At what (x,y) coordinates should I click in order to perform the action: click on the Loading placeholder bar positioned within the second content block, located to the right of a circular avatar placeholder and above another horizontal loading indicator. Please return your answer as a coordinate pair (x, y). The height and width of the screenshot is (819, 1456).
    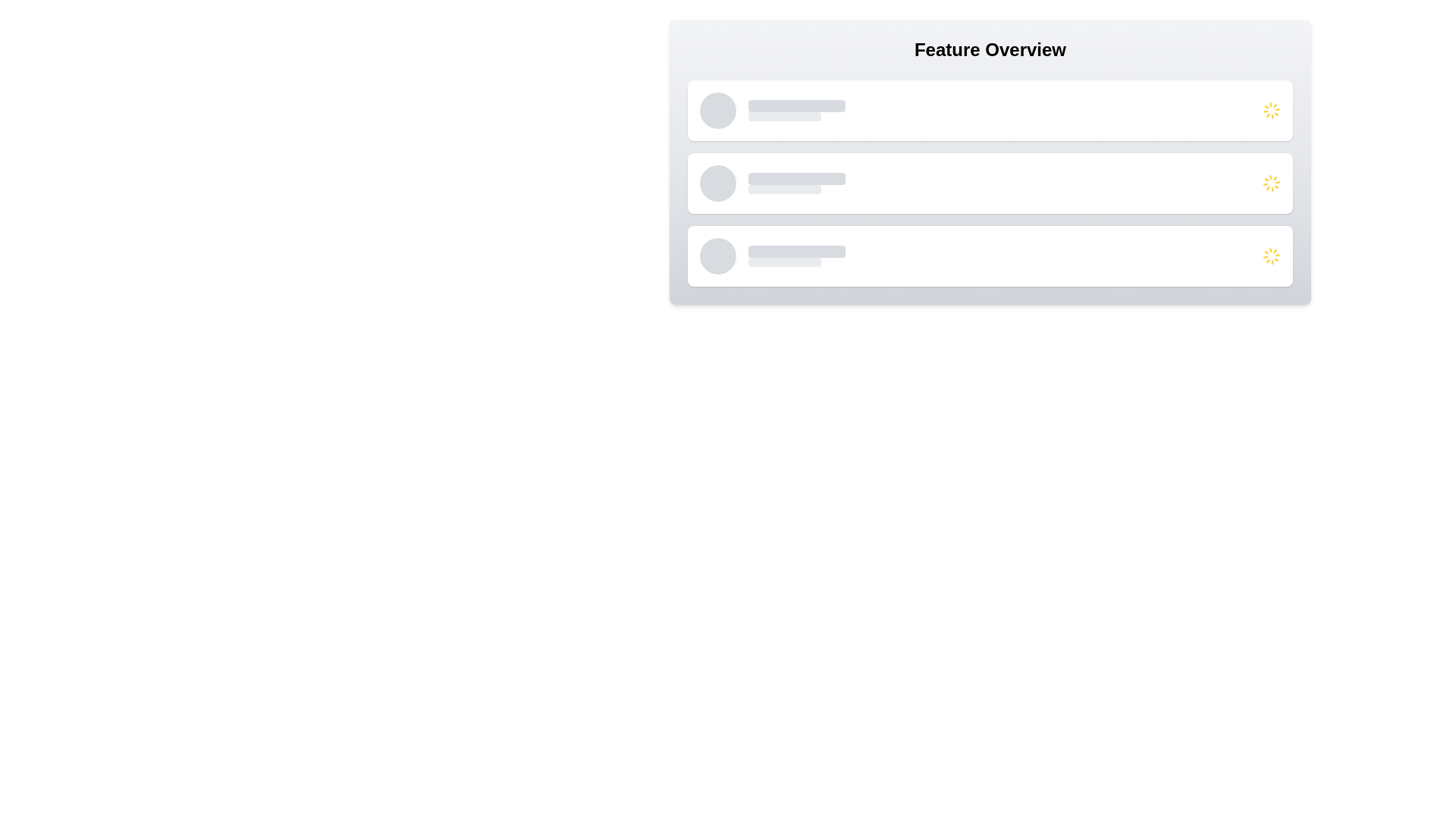
    Looking at the image, I should click on (796, 177).